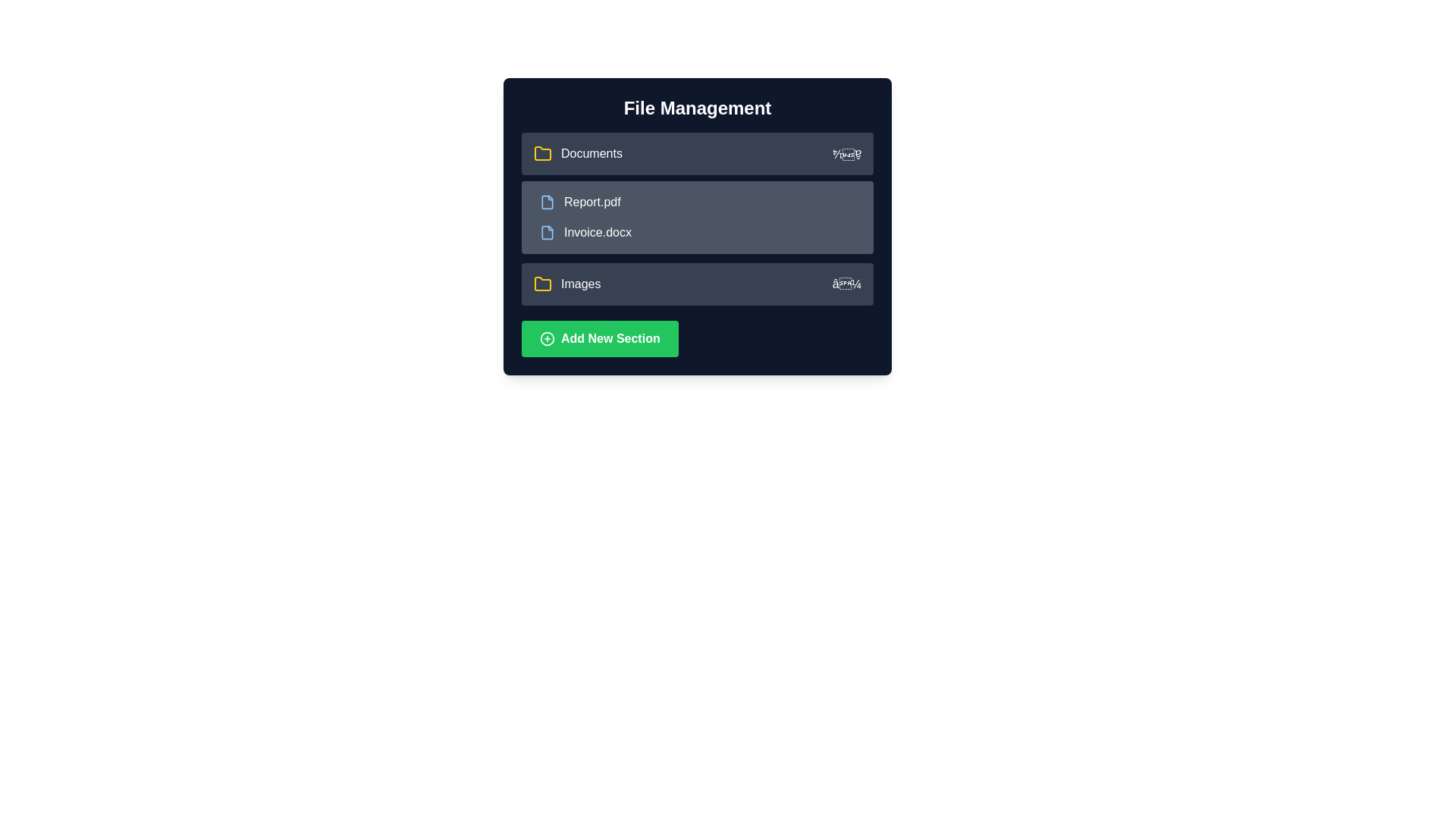  What do you see at coordinates (546, 233) in the screenshot?
I see `the blue file document icon located to the left of 'Invoice.docx' in the 'File Management' interface for understanding the item type` at bounding box center [546, 233].